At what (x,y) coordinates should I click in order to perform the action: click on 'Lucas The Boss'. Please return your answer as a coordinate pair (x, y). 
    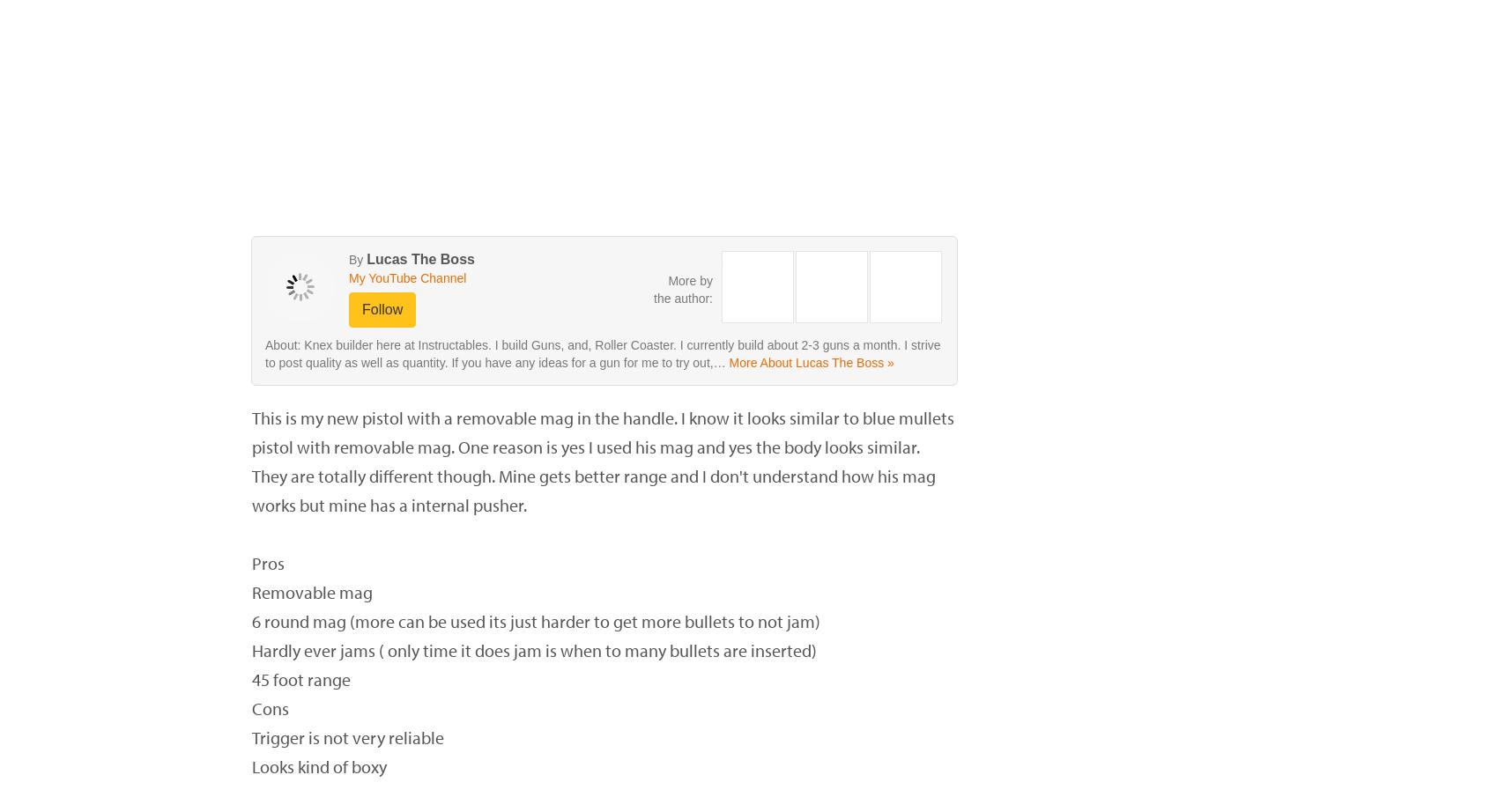
    Looking at the image, I should click on (420, 258).